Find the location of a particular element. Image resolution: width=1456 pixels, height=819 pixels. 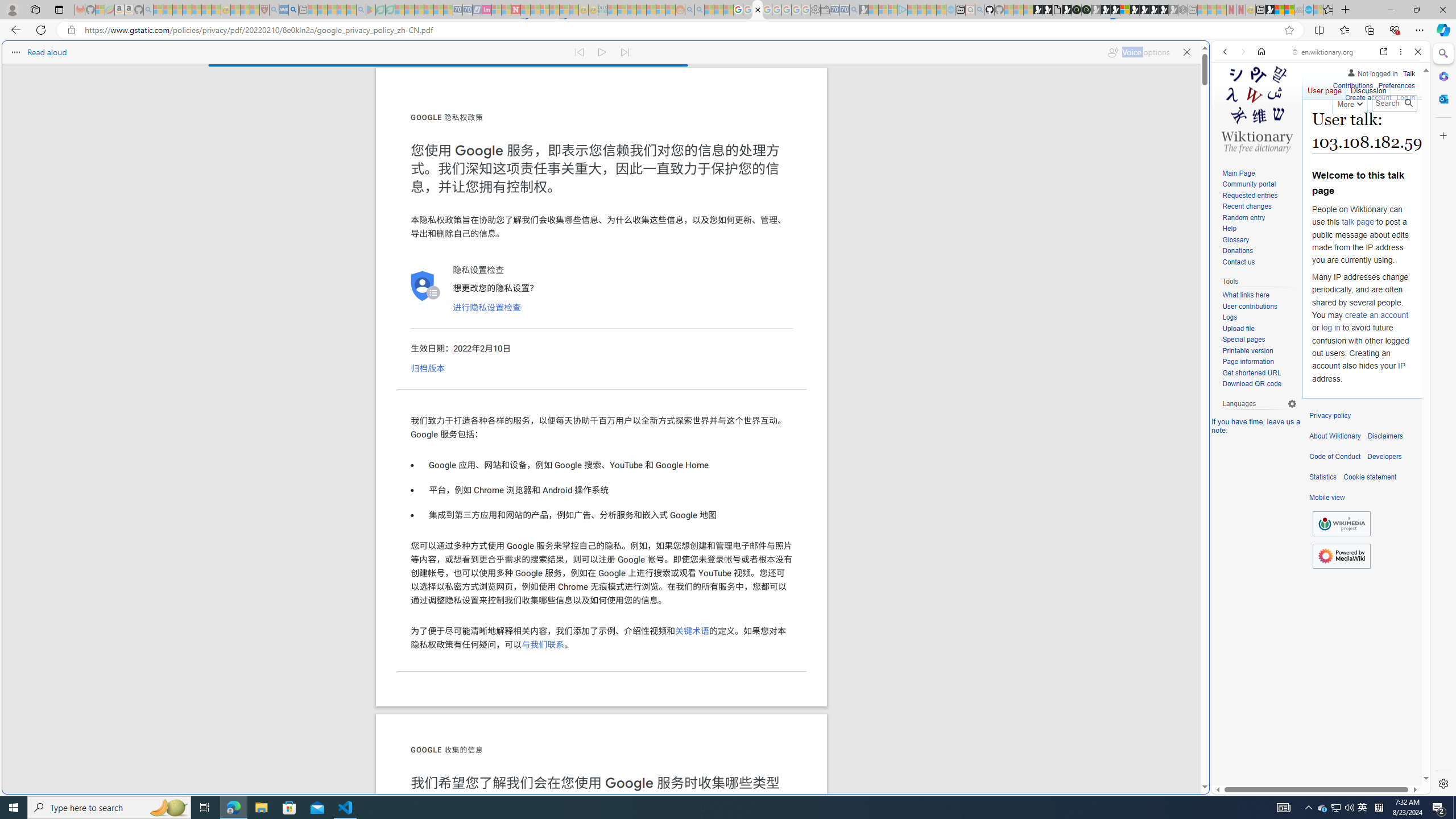

'Mobile view' is located at coordinates (1326, 497).